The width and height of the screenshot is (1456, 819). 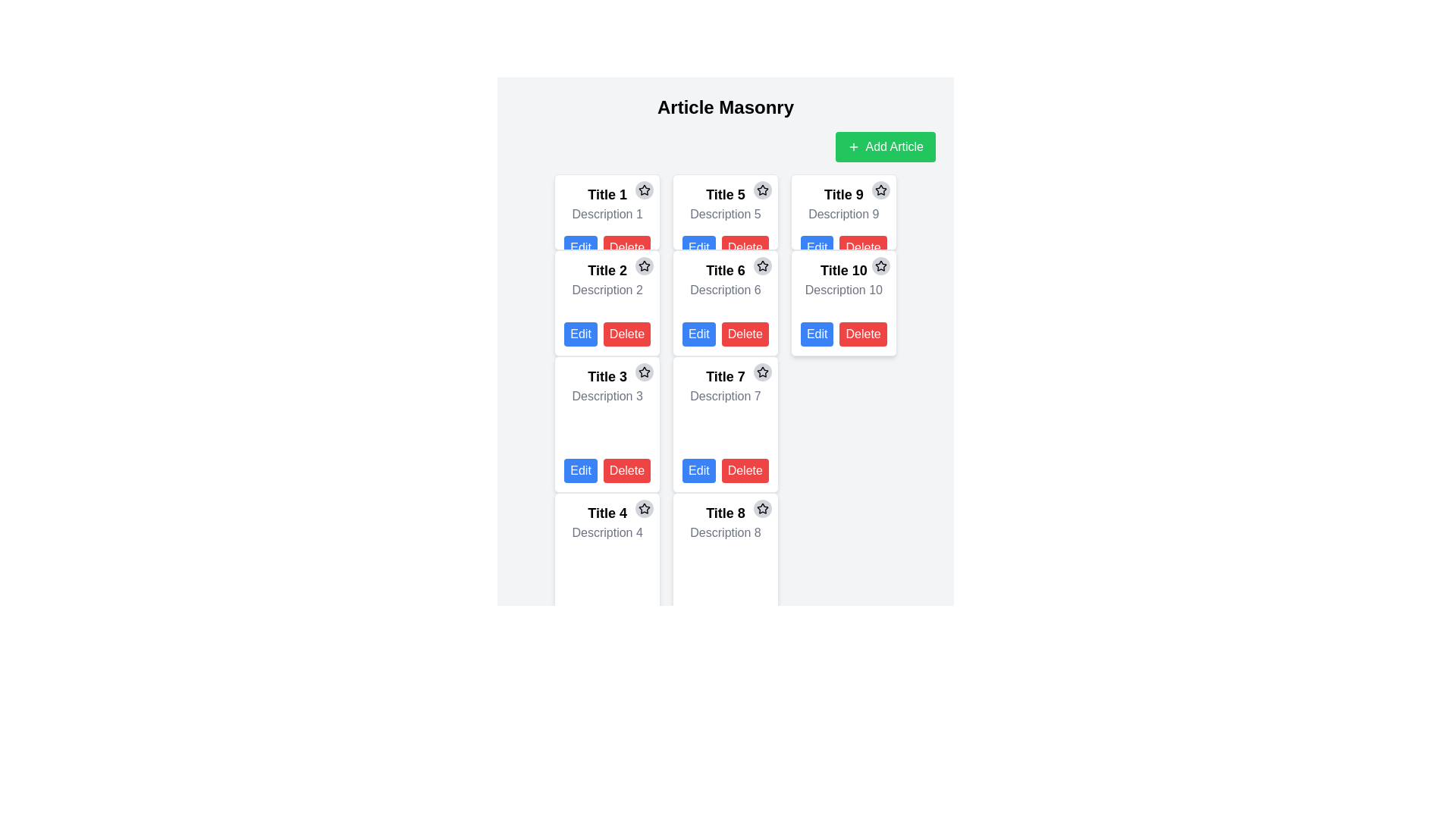 What do you see at coordinates (724, 270) in the screenshot?
I see `the Text label element displaying 'Title 6' in bold and large font, which is located at the top of its card layout, above descriptive text and buttons` at bounding box center [724, 270].